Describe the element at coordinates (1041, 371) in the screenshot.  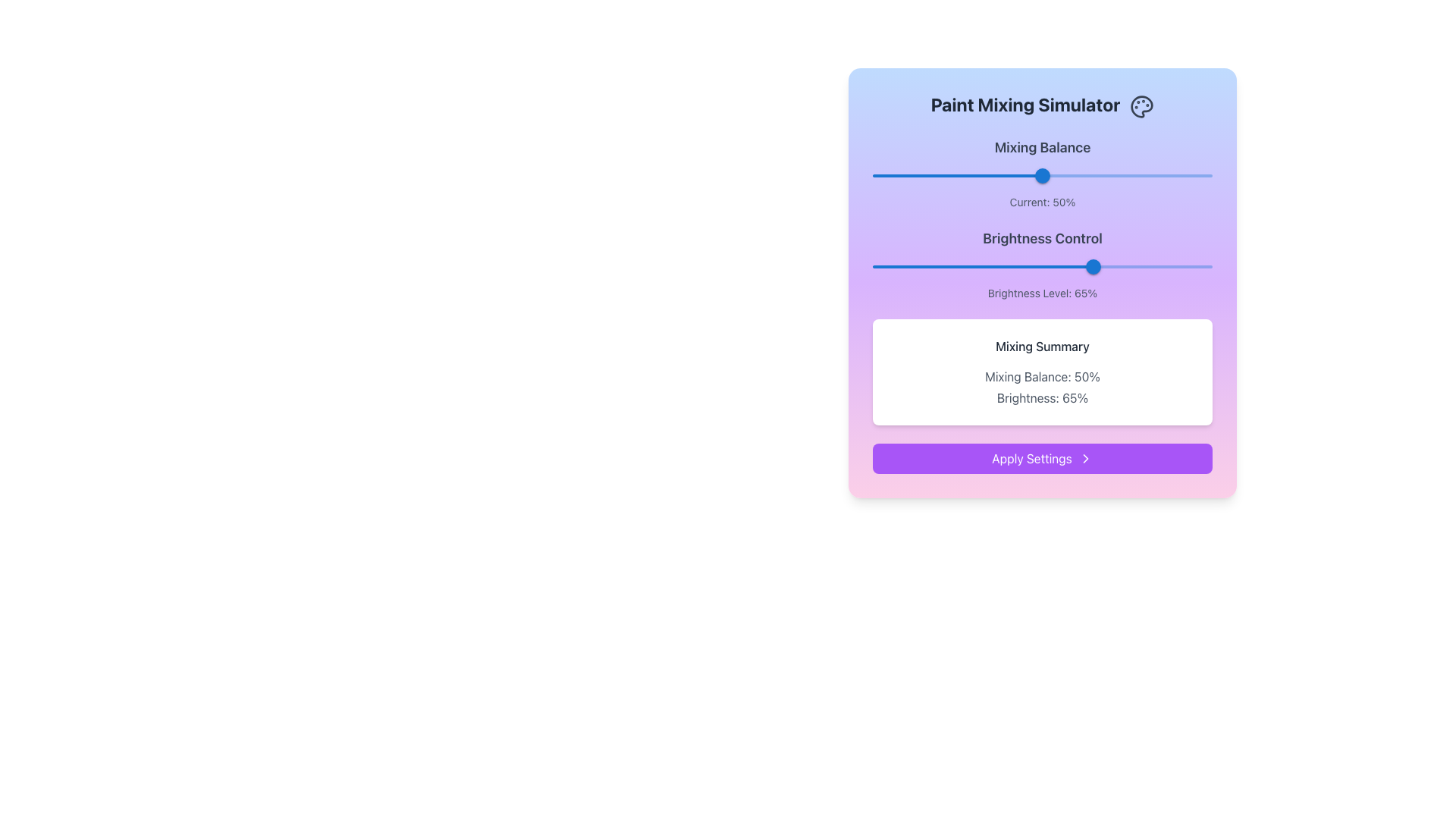
I see `the informational display box titled 'Mixing Summary', which features a white background with rounded corners and contains text about mixing balance and brightness` at that location.